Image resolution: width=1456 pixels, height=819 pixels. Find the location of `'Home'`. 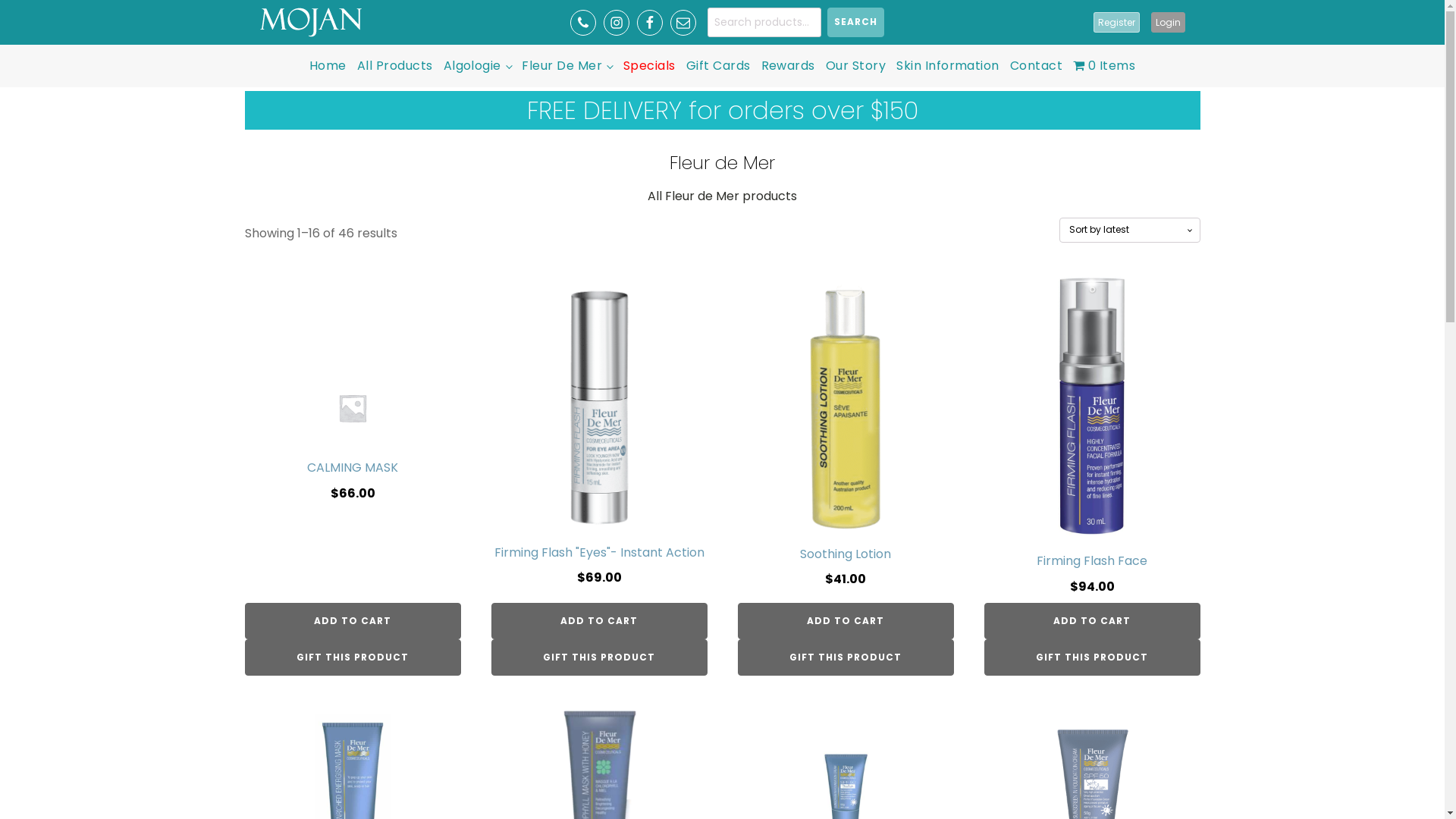

'Home' is located at coordinates (327, 65).